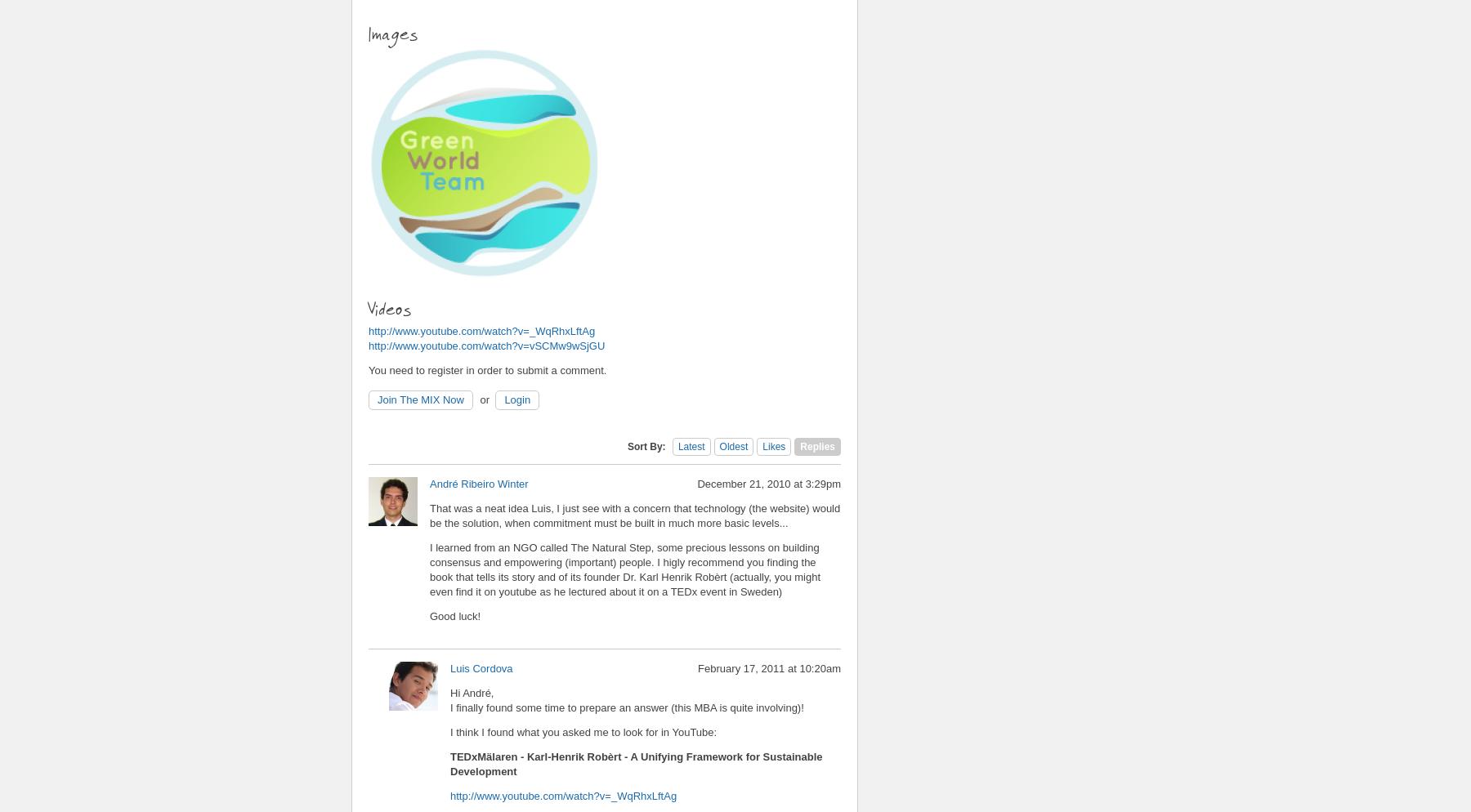 This screenshot has width=1471, height=812. What do you see at coordinates (768, 483) in the screenshot?
I see `'December 21, 2010 at 3:29pm'` at bounding box center [768, 483].